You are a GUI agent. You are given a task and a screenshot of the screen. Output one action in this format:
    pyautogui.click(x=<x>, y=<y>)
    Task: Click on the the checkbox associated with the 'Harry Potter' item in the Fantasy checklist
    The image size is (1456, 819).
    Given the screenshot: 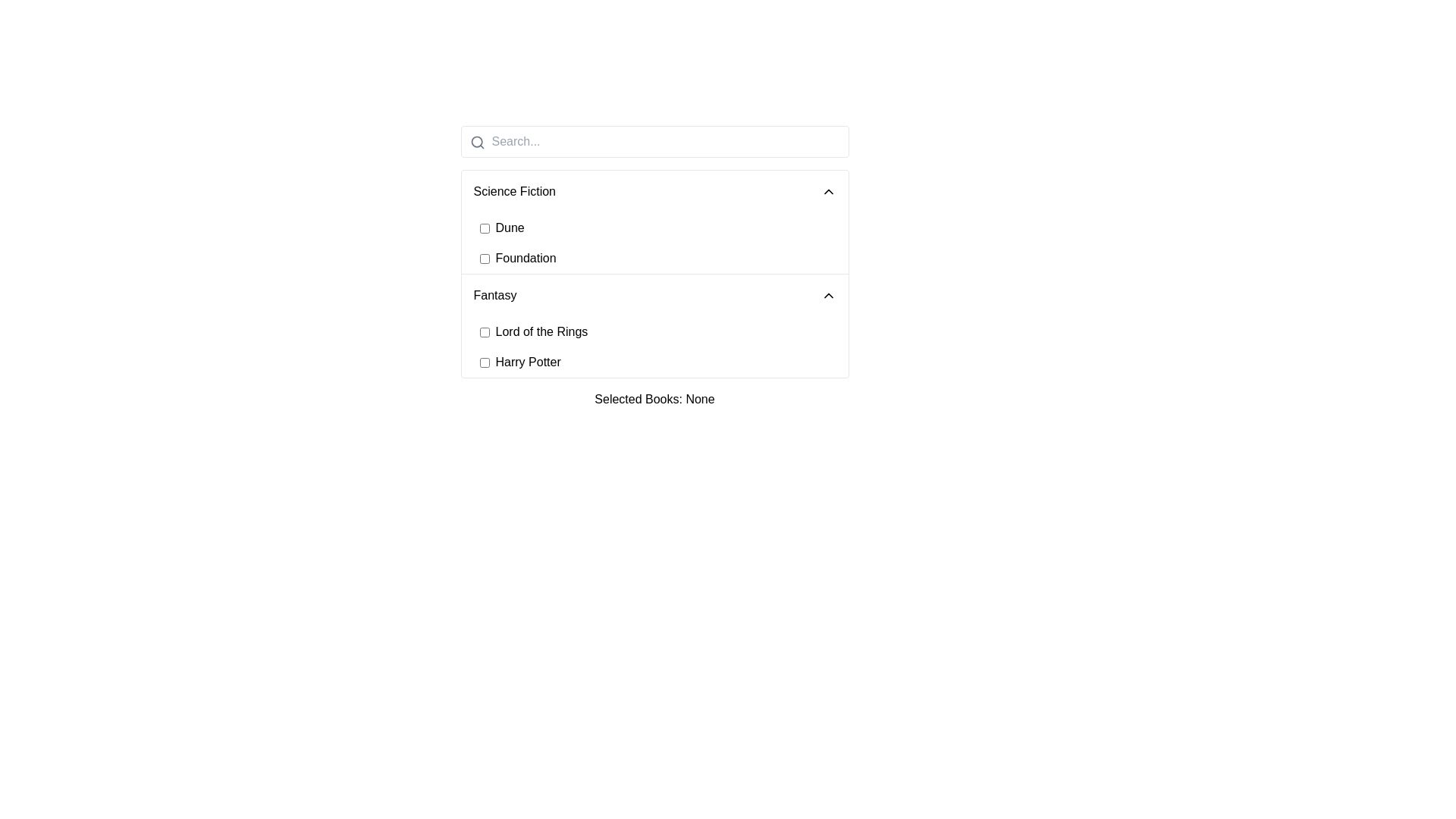 What is the action you would take?
    pyautogui.click(x=664, y=362)
    